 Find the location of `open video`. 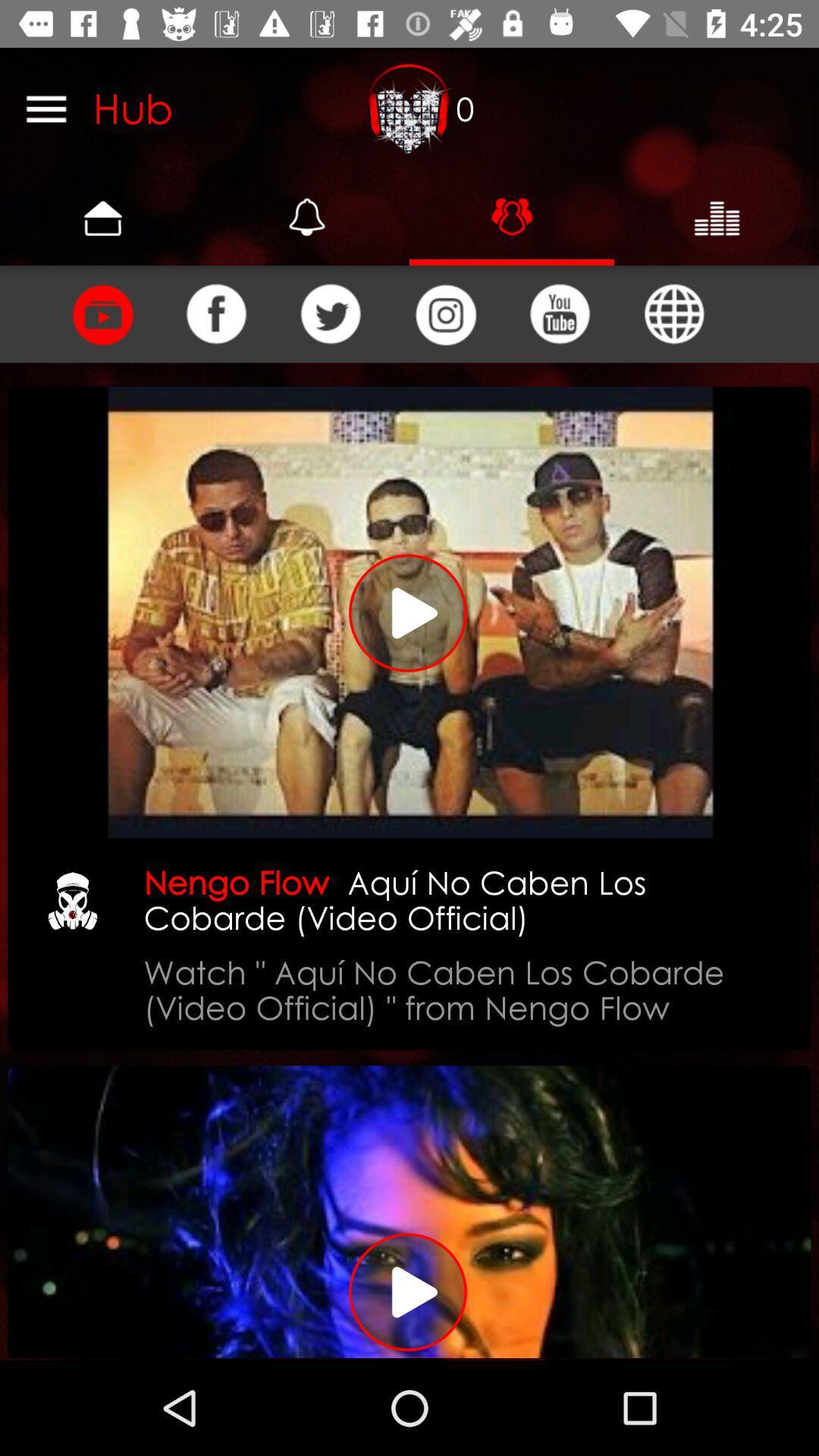

open video is located at coordinates (409, 1211).